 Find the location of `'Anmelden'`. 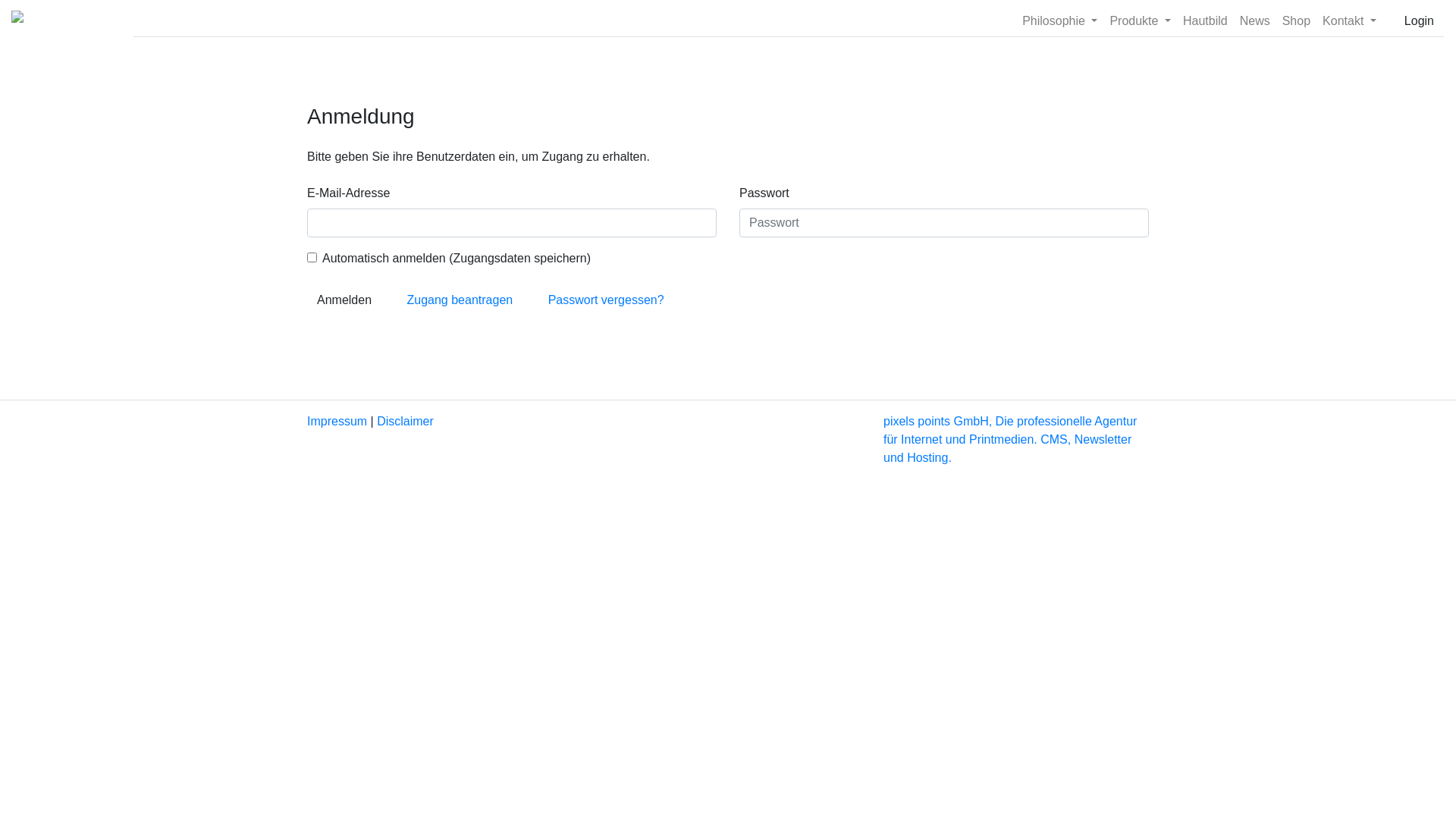

'Anmelden' is located at coordinates (306, 300).